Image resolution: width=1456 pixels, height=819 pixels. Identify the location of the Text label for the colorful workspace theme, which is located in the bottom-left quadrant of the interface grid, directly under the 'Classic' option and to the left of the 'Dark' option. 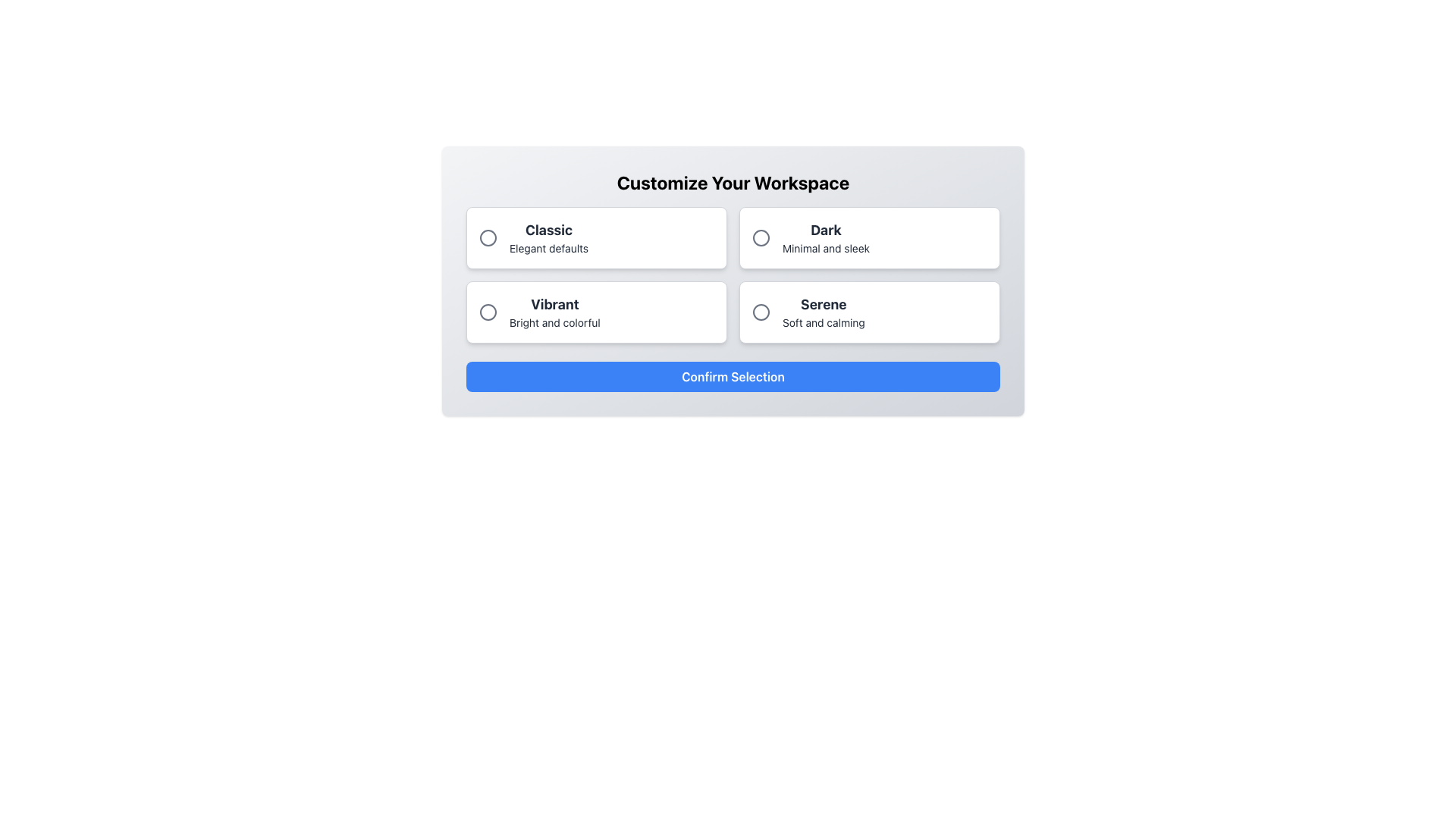
(554, 312).